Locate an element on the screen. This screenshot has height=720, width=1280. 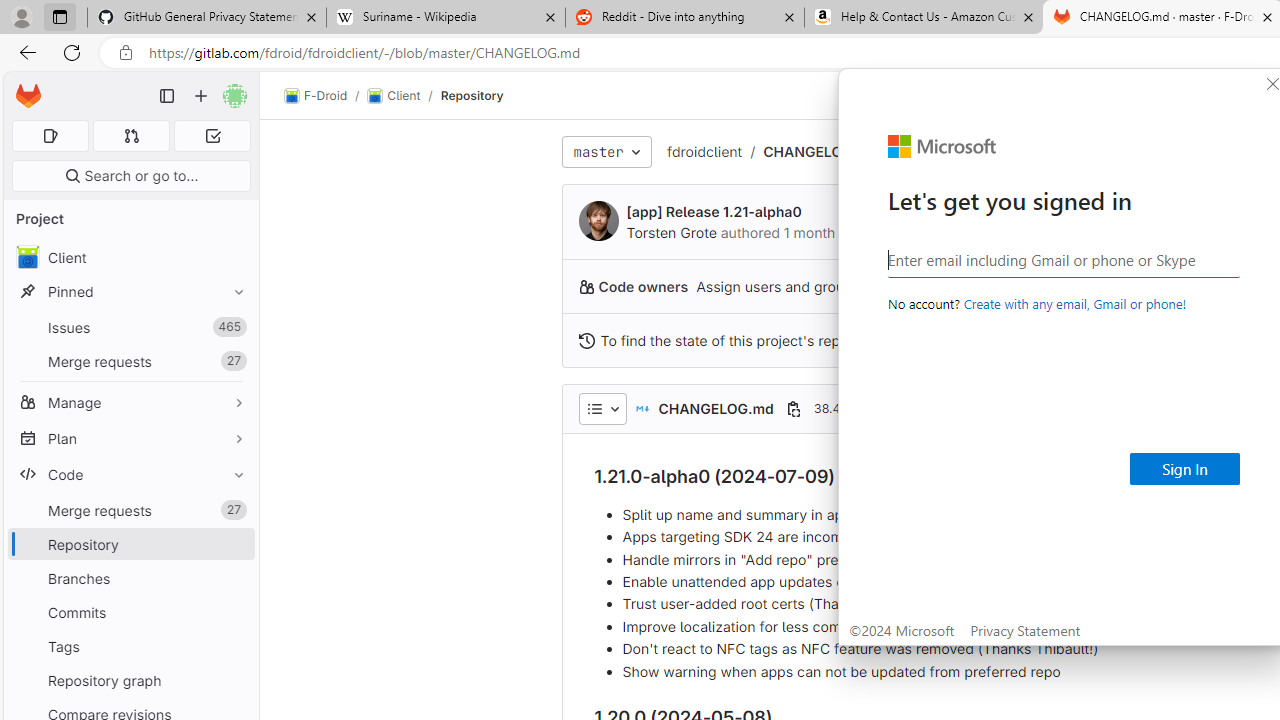
'GitHub General Privacy Statement - GitHub Docs' is located at coordinates (207, 17).